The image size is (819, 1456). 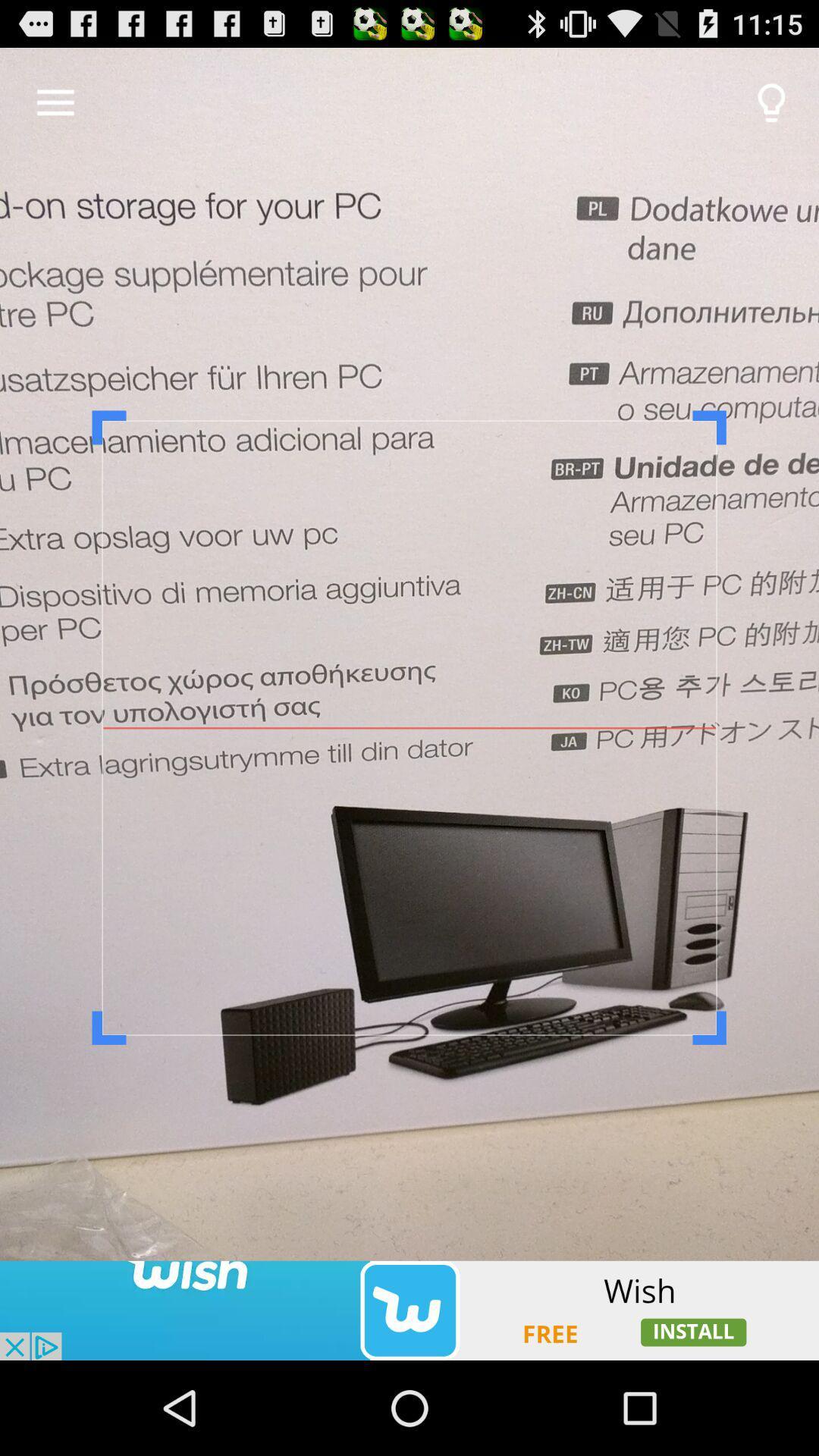 What do you see at coordinates (409, 1310) in the screenshot?
I see `advertisement banner` at bounding box center [409, 1310].